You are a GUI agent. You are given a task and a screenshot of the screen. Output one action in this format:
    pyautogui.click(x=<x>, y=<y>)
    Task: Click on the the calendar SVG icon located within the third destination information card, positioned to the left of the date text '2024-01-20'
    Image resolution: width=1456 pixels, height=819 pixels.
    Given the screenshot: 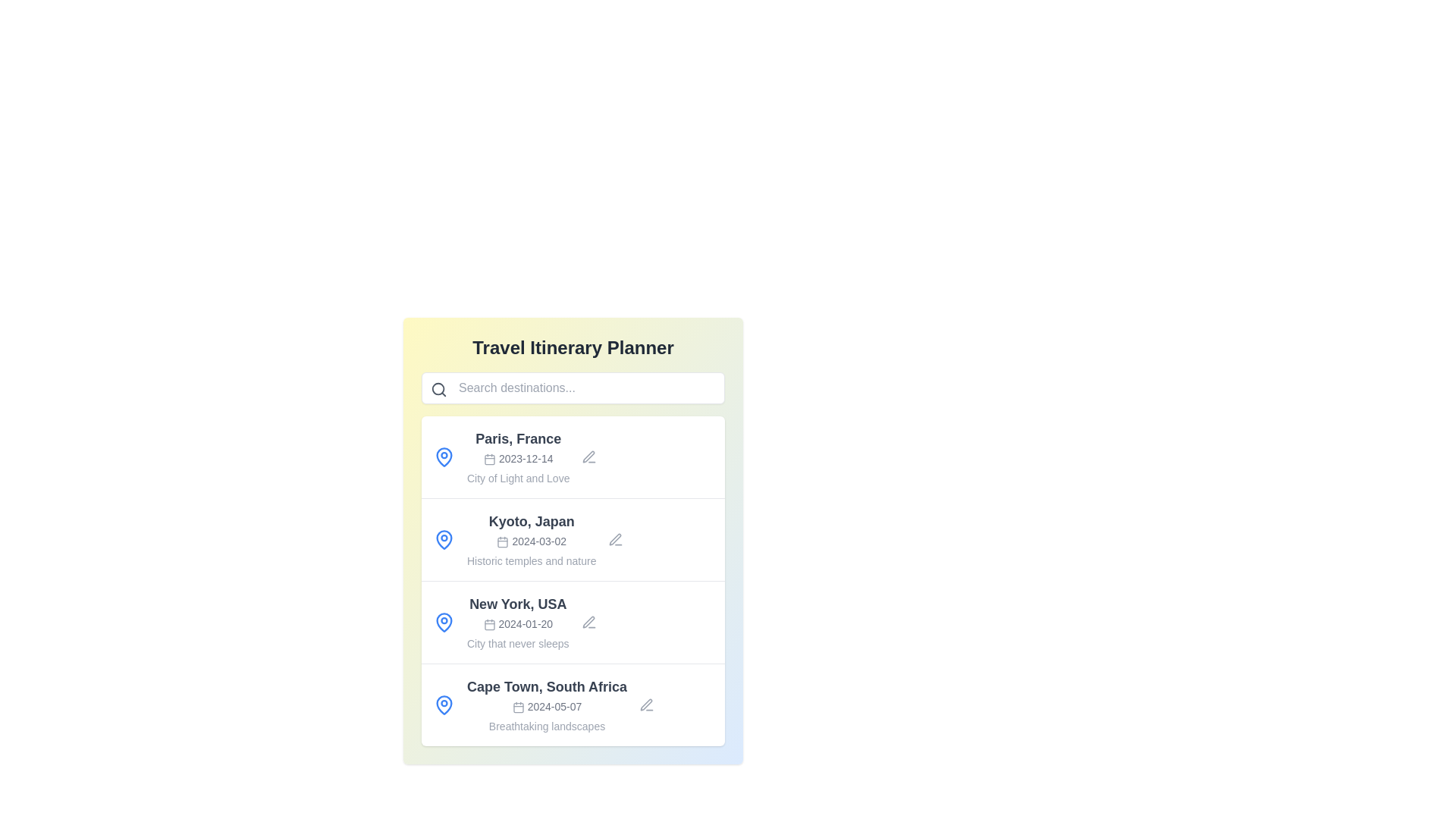 What is the action you would take?
    pyautogui.click(x=489, y=624)
    